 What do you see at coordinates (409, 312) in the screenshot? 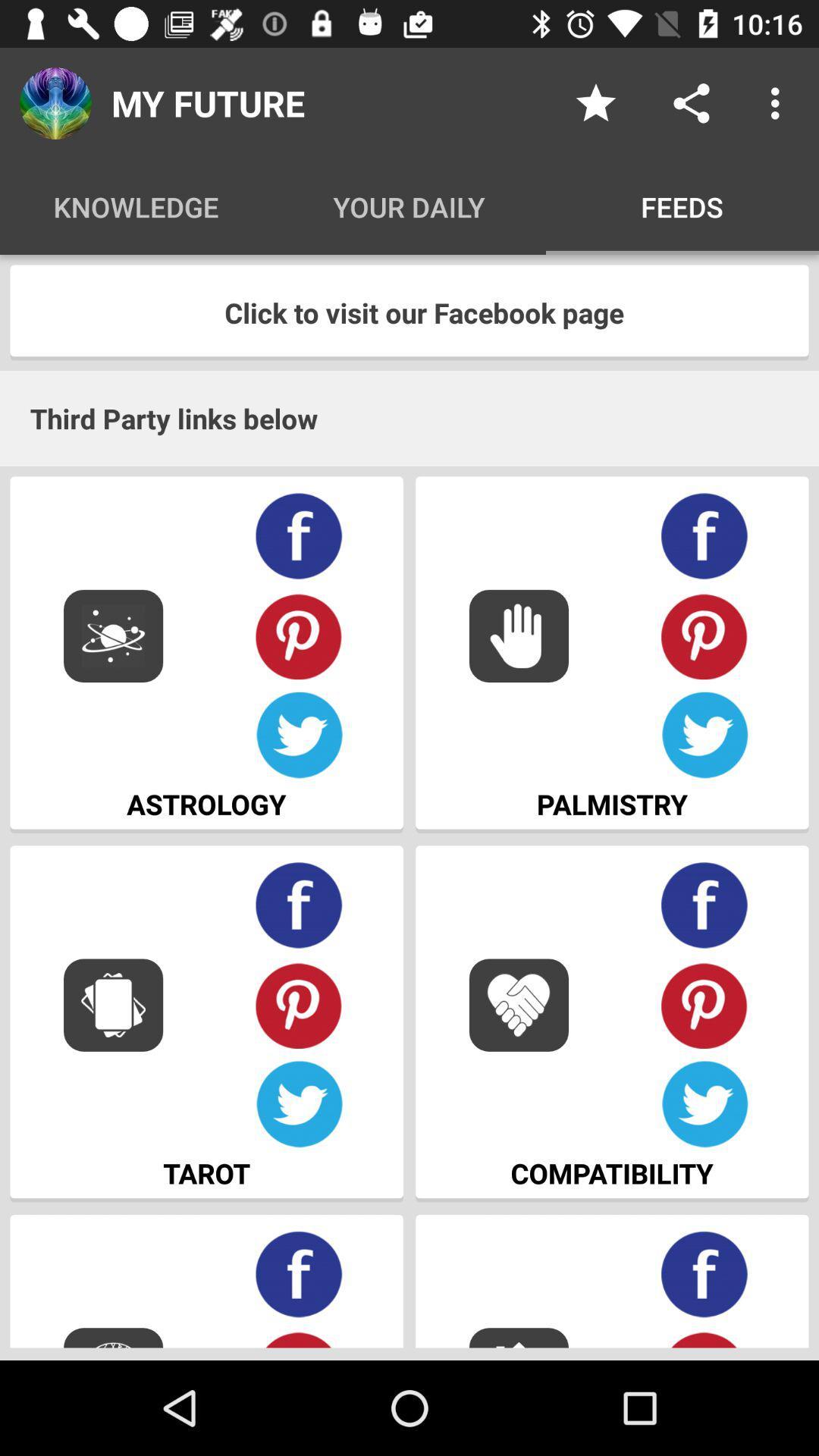
I see `the click to visit icon` at bounding box center [409, 312].